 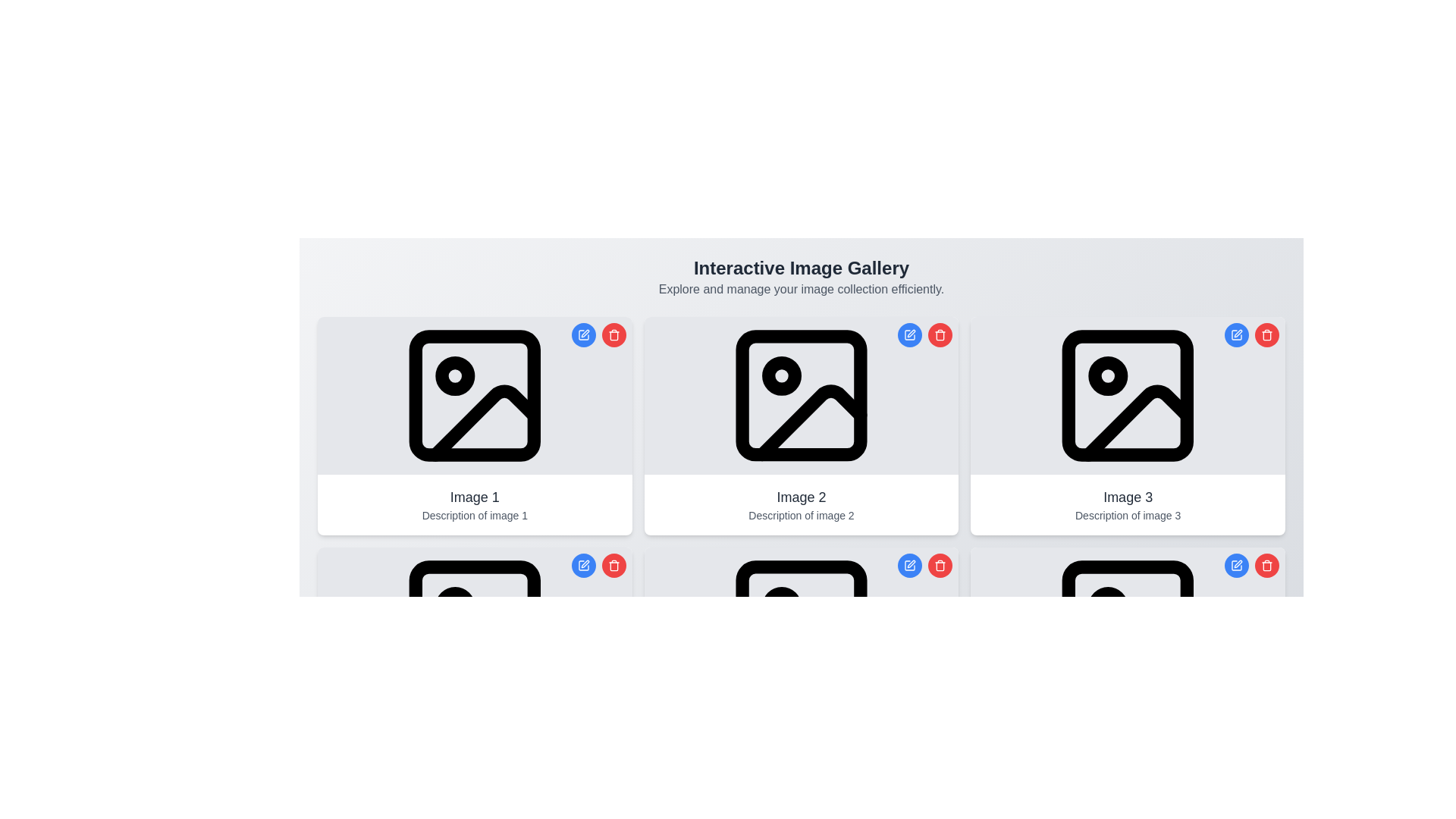 I want to click on the edit icon located in the top right corner of the second image box to initiate the edit action for 'Image 2', so click(x=911, y=332).